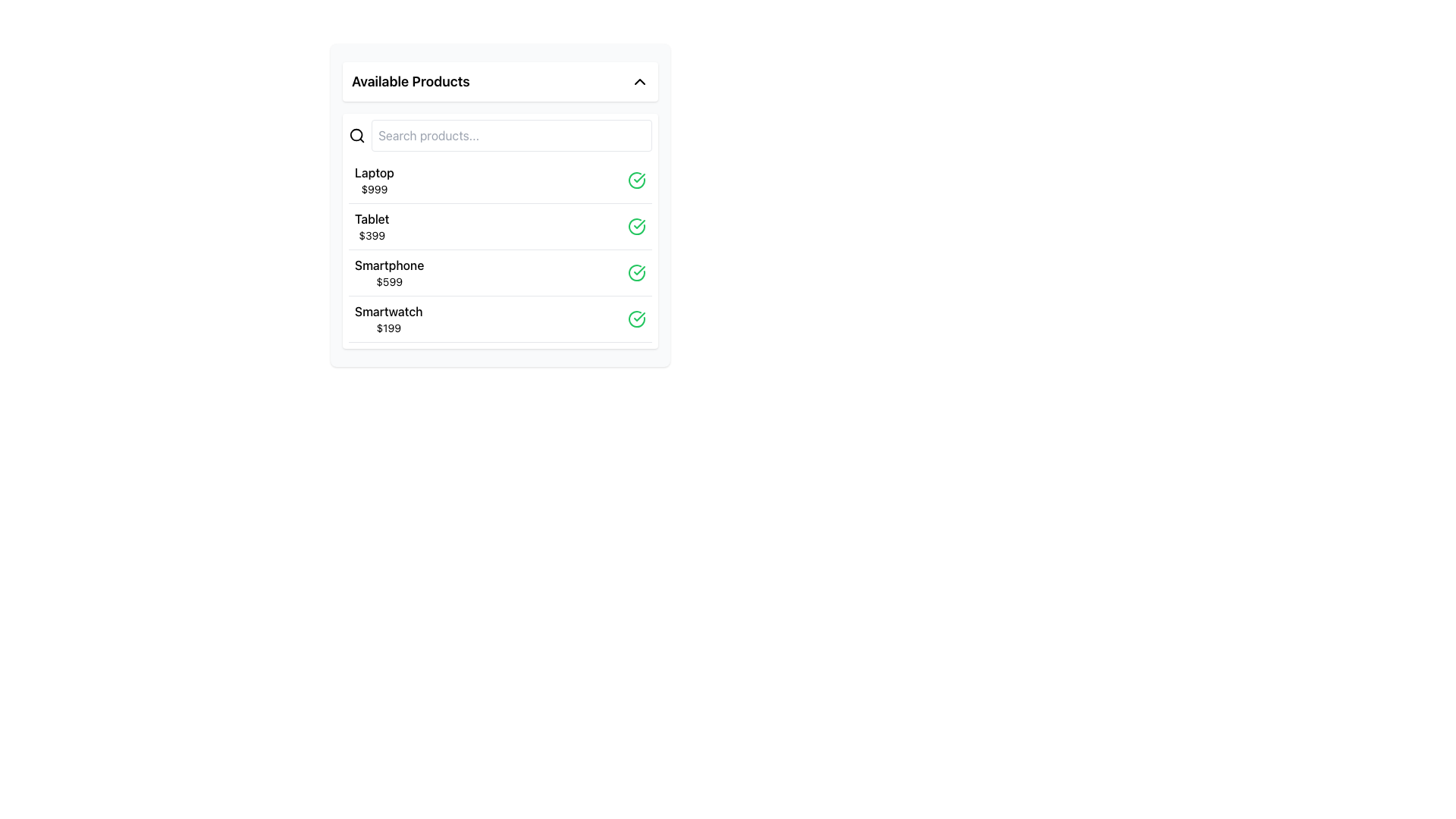 The width and height of the screenshot is (1456, 819). Describe the element at coordinates (500, 318) in the screenshot. I see `to select the 'Smartwatch' list item priced at '$199', which is the fourth item in a vertical list of products` at that location.